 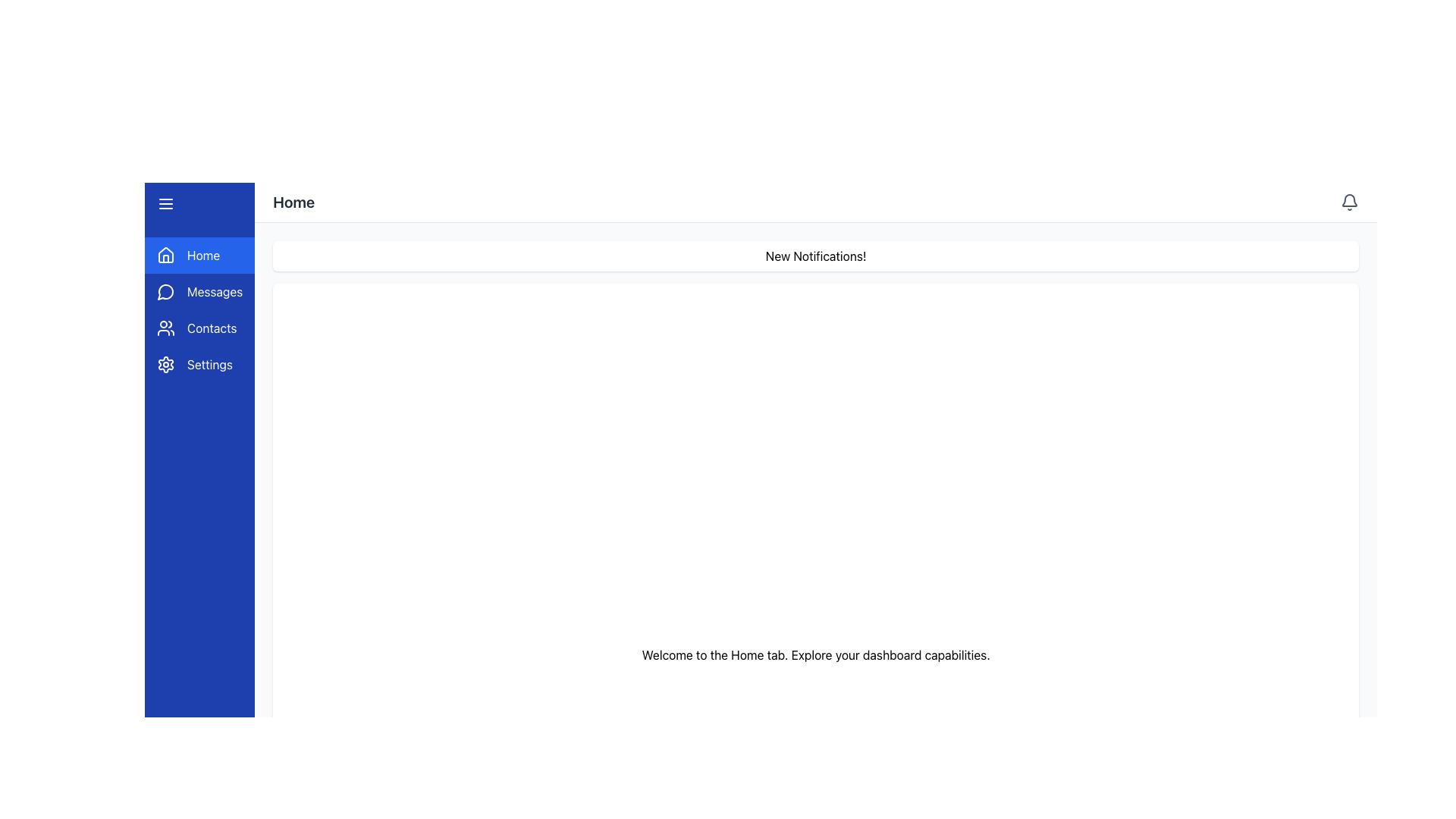 I want to click on the settings icon located in the left vertical sidebar, specifically the first element in the 'Settings' row, so click(x=166, y=365).